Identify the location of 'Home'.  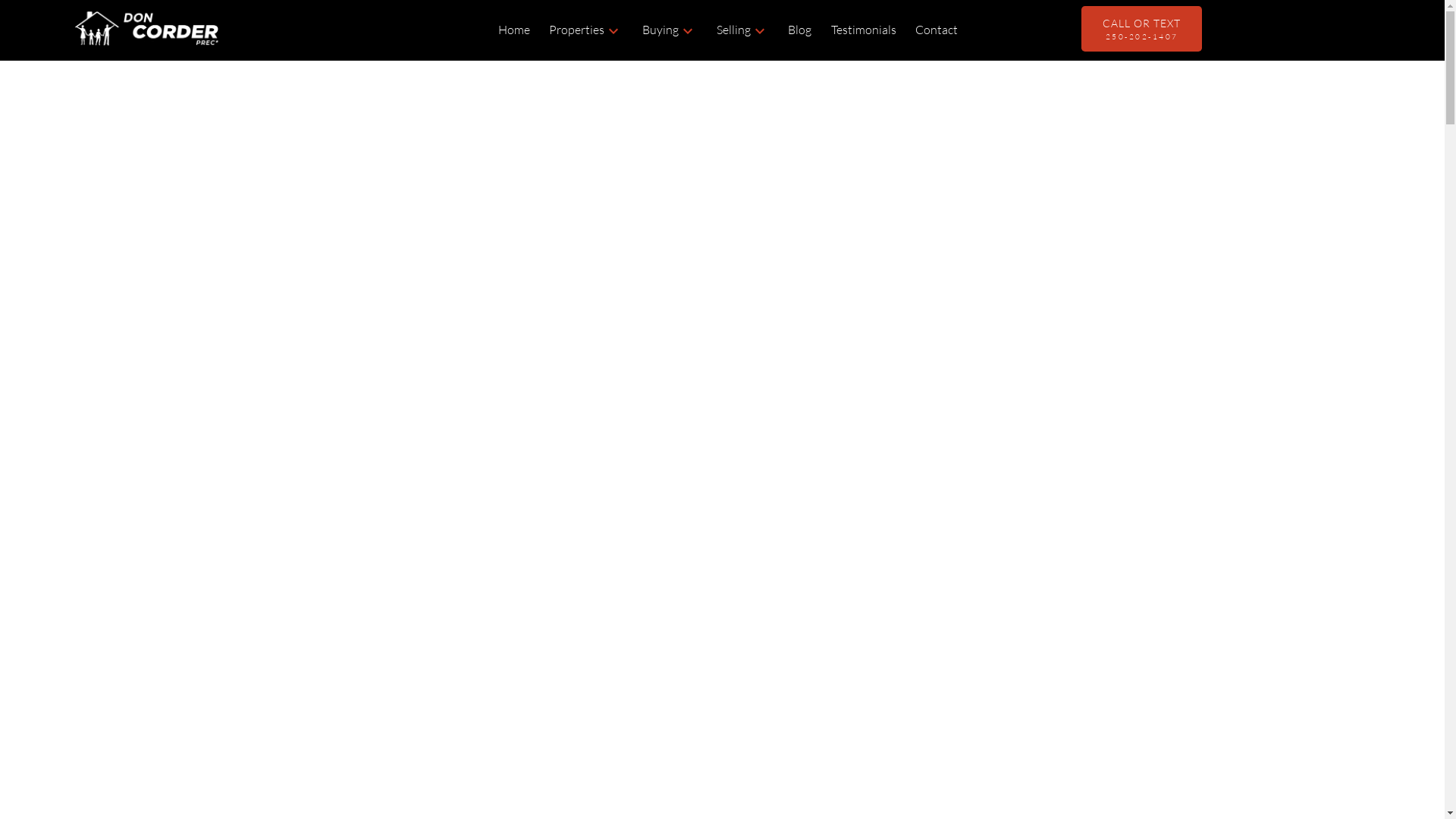
(513, 30).